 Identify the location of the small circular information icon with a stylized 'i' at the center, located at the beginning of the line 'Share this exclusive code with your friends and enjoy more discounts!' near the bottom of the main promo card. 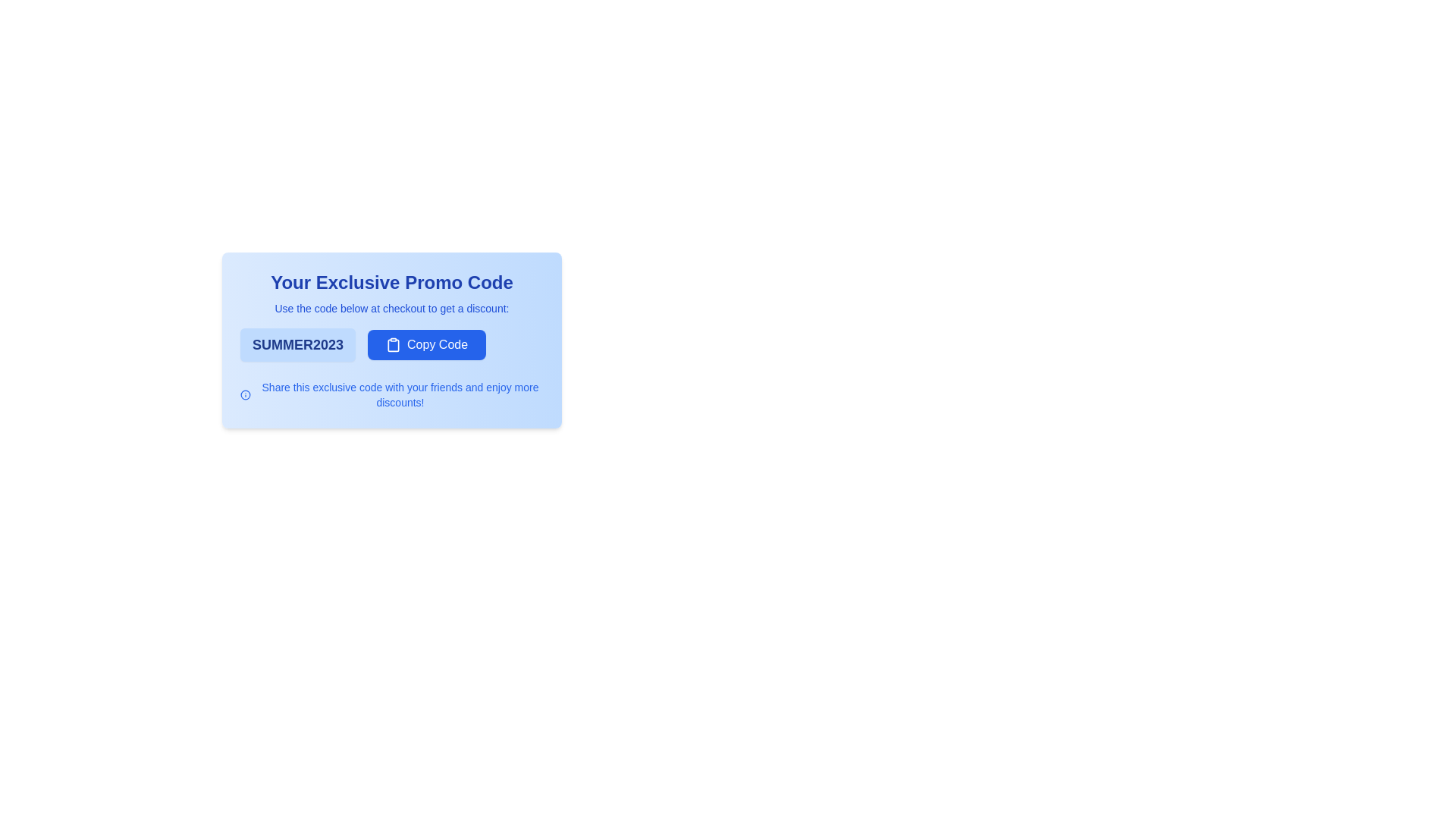
(246, 394).